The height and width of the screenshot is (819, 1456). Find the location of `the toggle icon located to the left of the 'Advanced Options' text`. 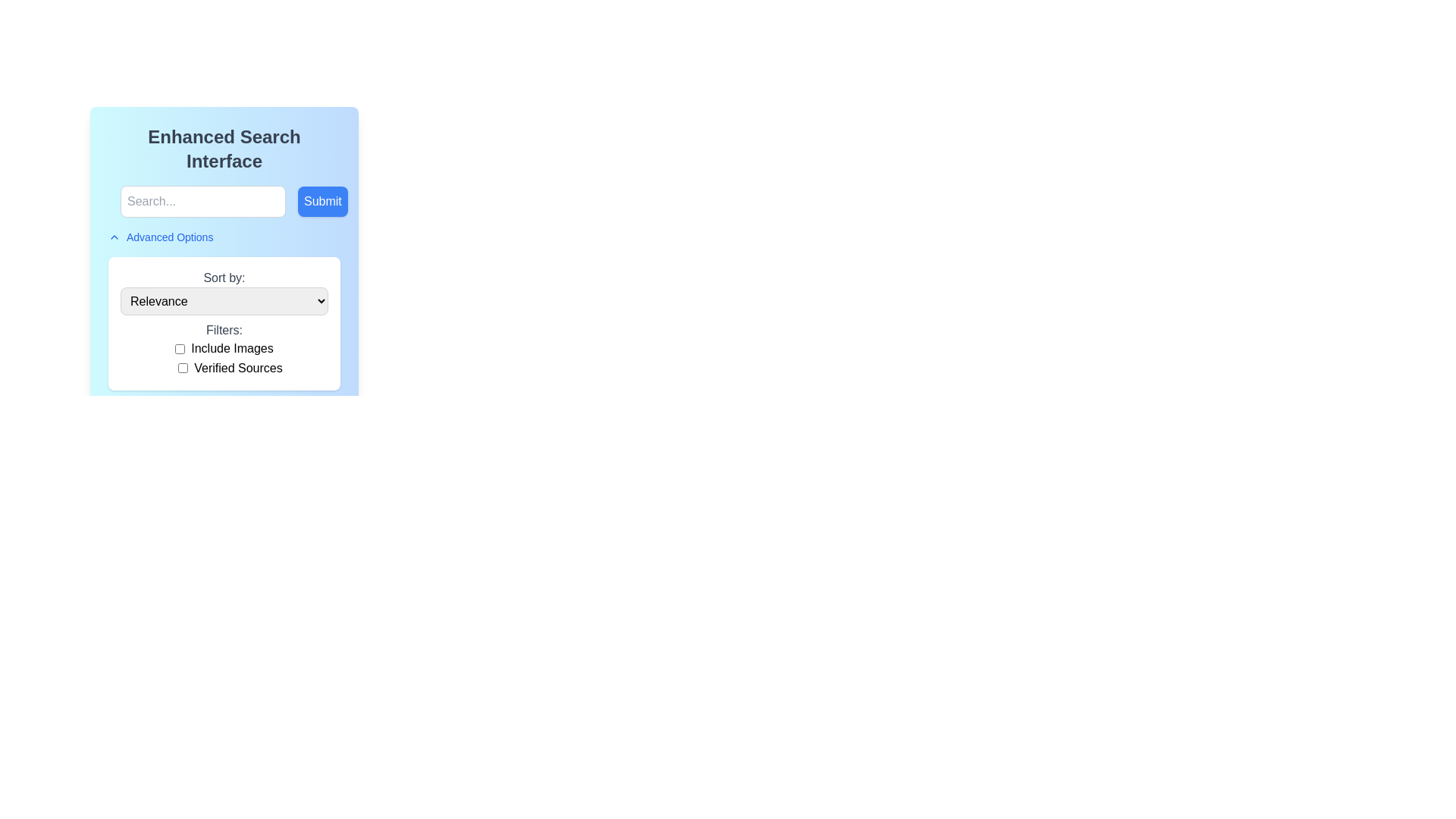

the toggle icon located to the left of the 'Advanced Options' text is located at coordinates (113, 237).